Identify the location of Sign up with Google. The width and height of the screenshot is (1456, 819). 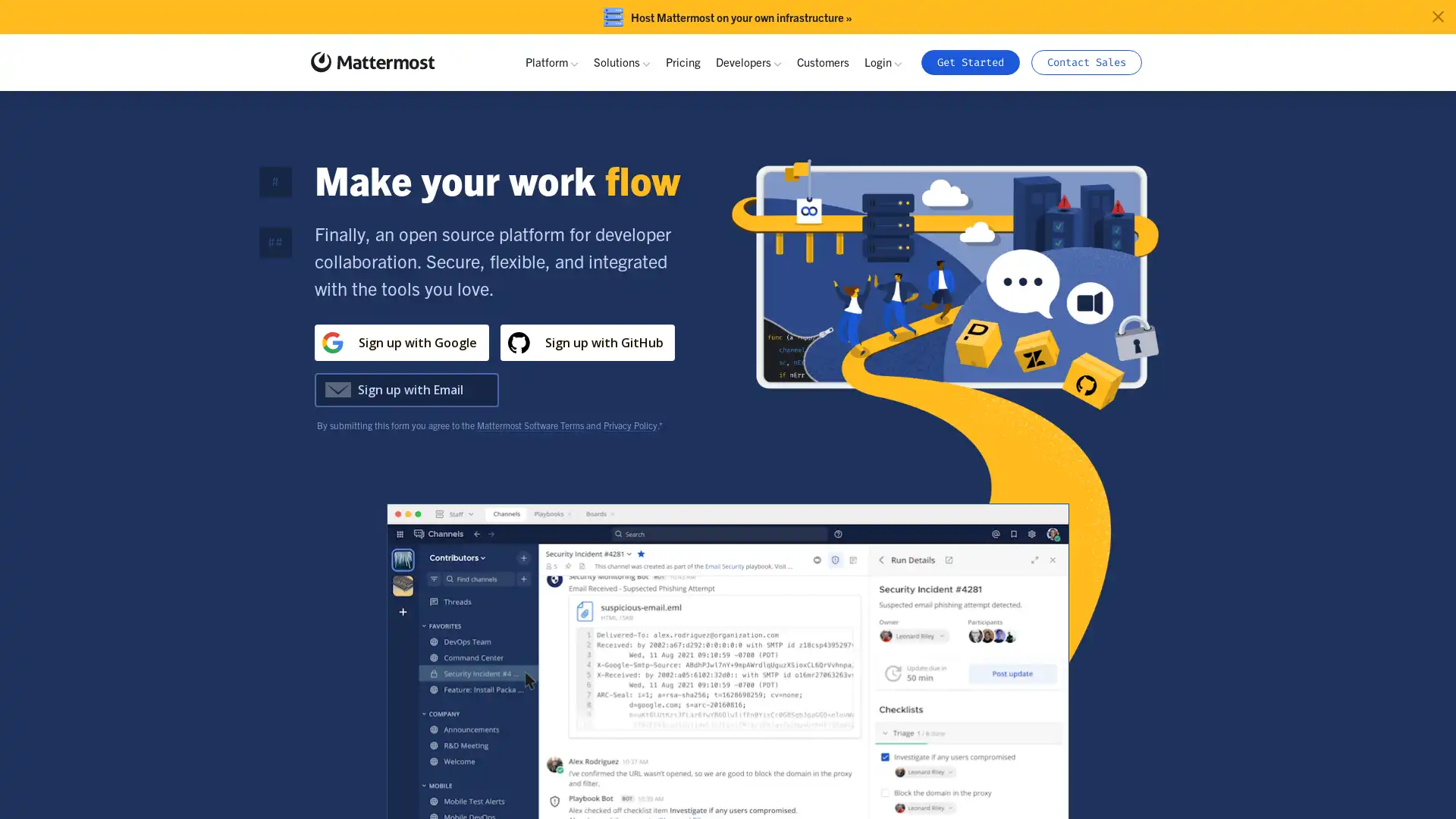
(400, 342).